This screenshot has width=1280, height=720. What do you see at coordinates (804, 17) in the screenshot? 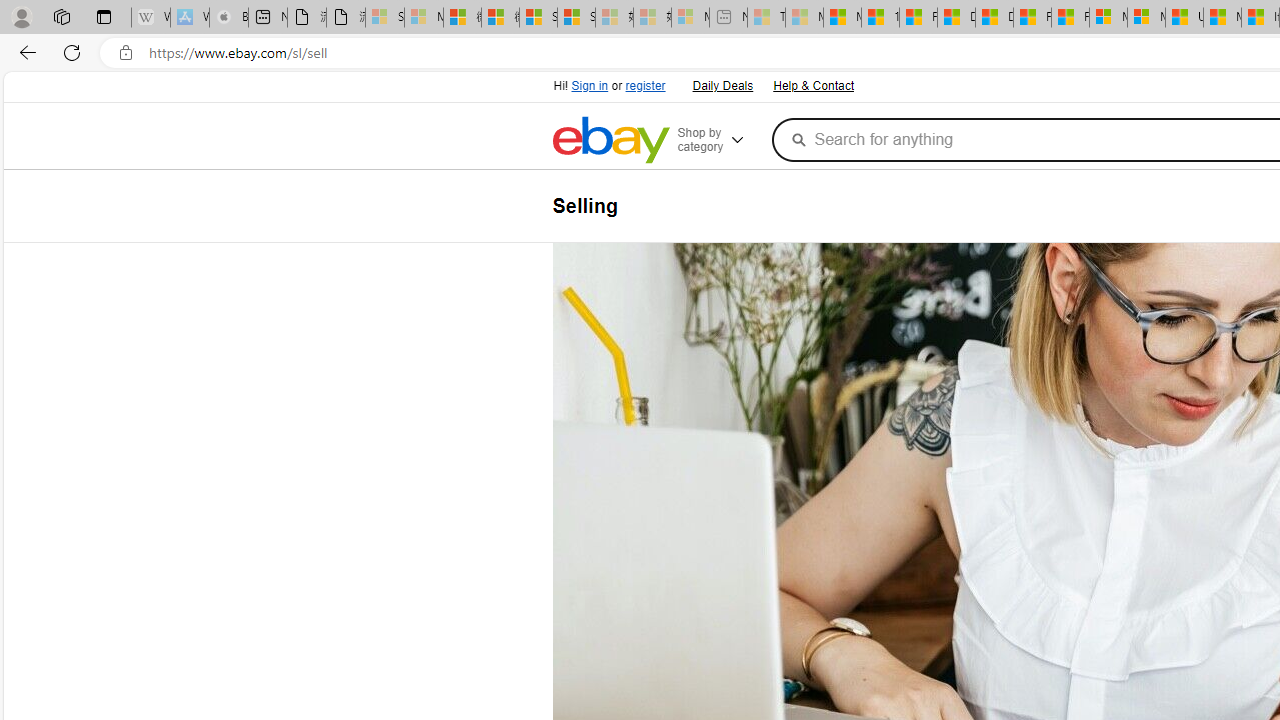
I see `'Marine life - MSN - Sleeping'` at bounding box center [804, 17].